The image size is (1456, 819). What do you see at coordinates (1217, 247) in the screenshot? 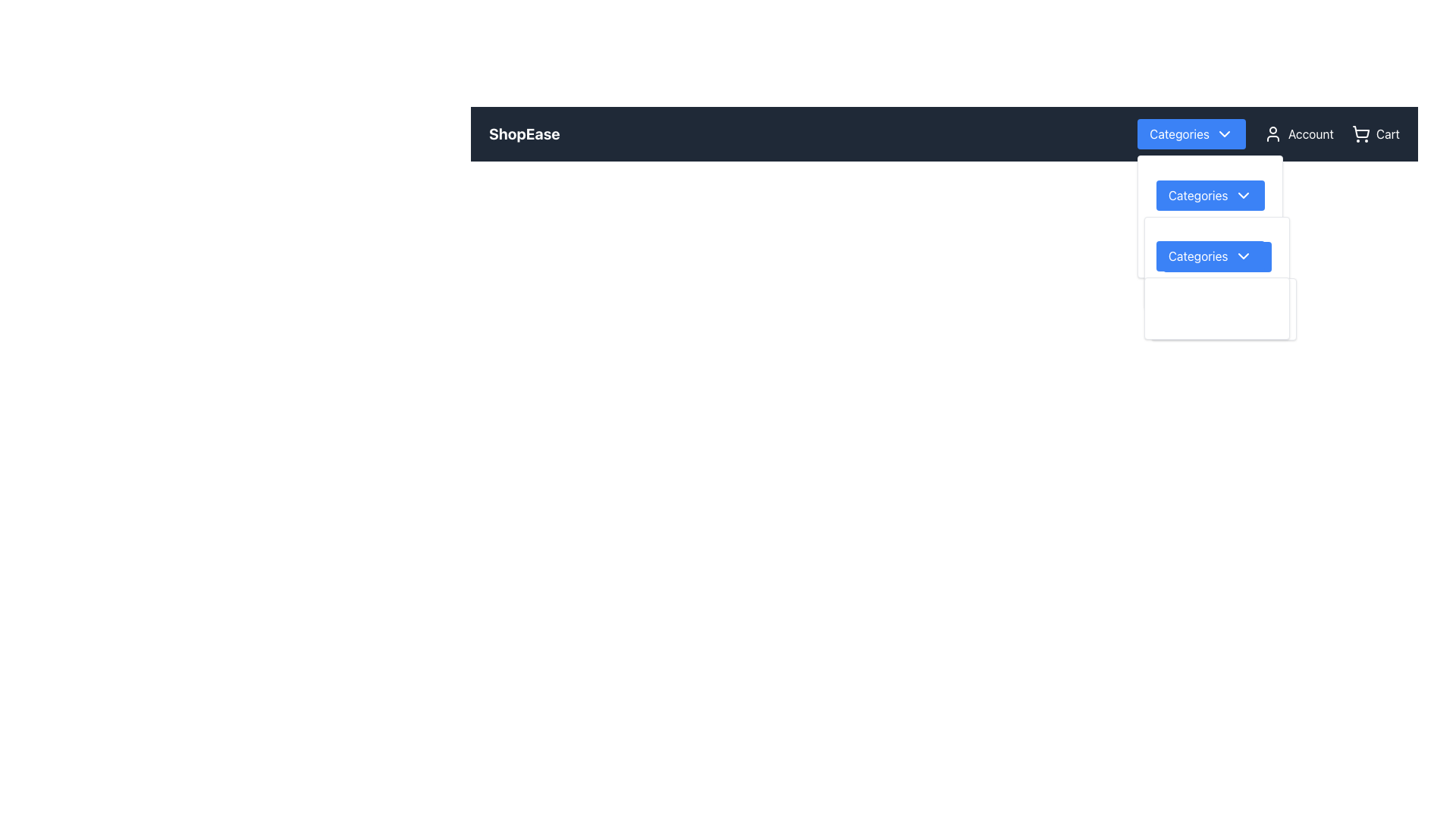
I see `the 'Categories' button with a bright blue background and white text in the dropdown menu` at bounding box center [1217, 247].